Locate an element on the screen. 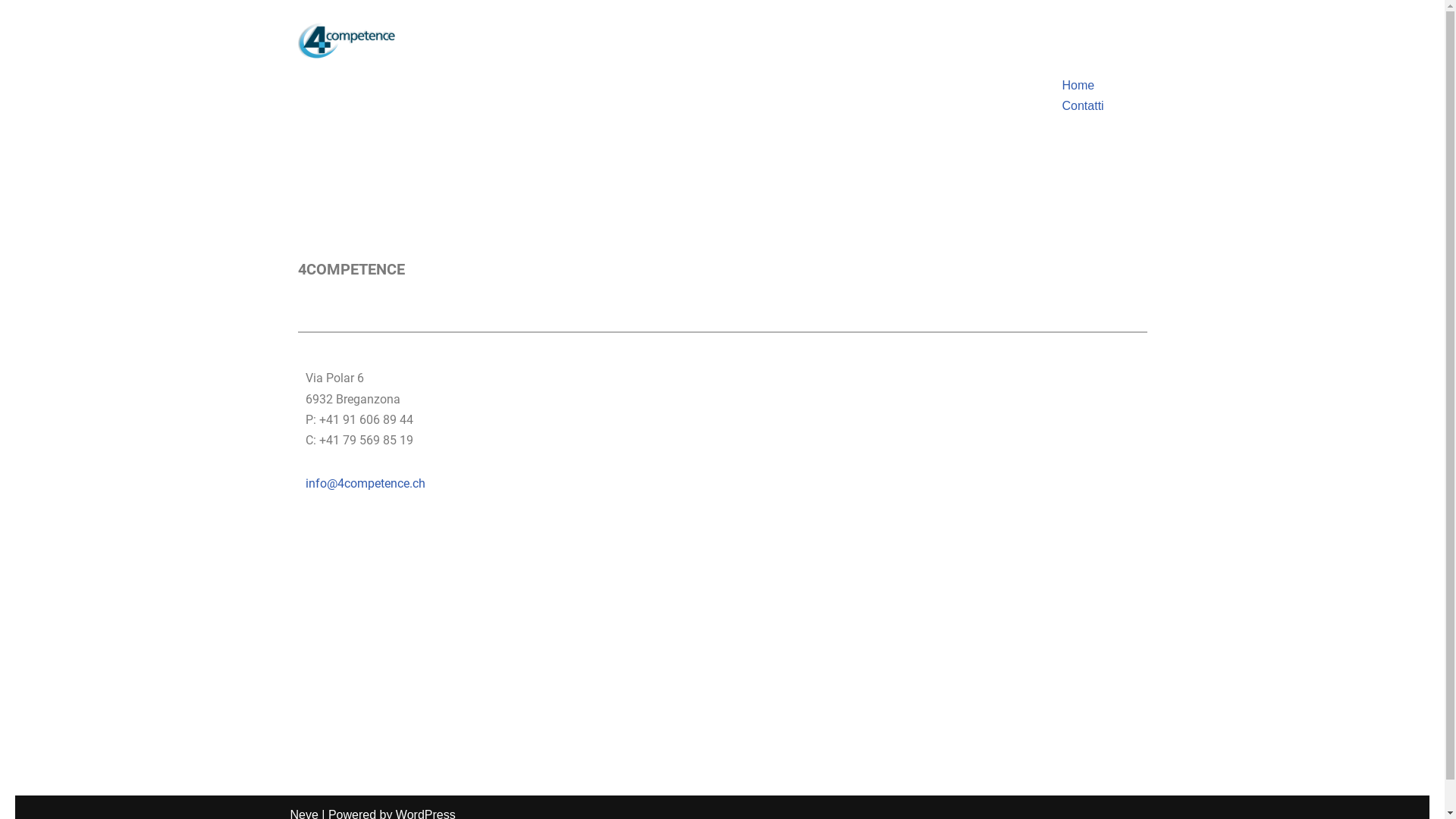 This screenshot has height=819, width=1456. 'logo' is located at coordinates (297, 40).